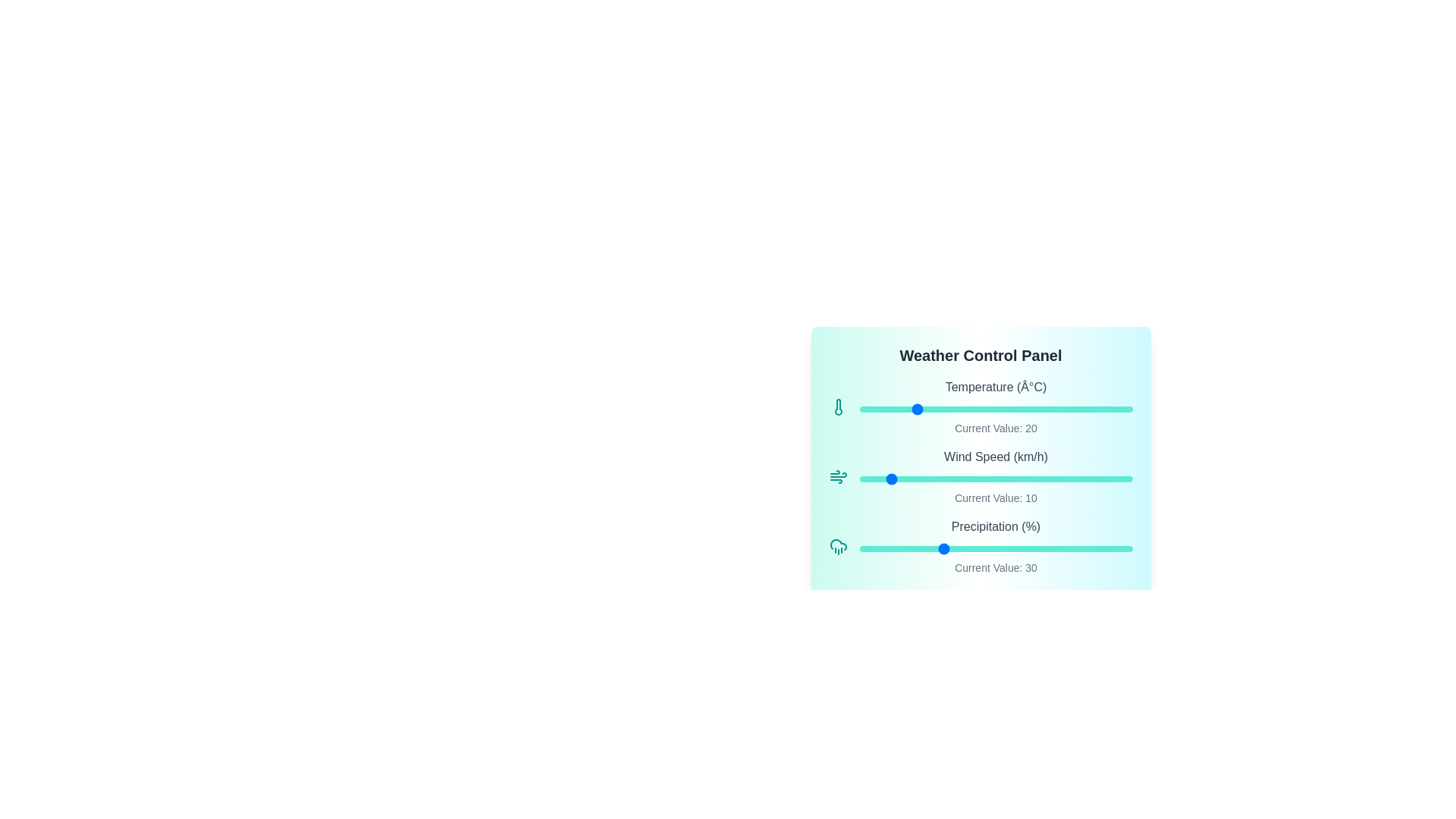  I want to click on the Wind Speed slider to 83 km/h, so click(1085, 479).